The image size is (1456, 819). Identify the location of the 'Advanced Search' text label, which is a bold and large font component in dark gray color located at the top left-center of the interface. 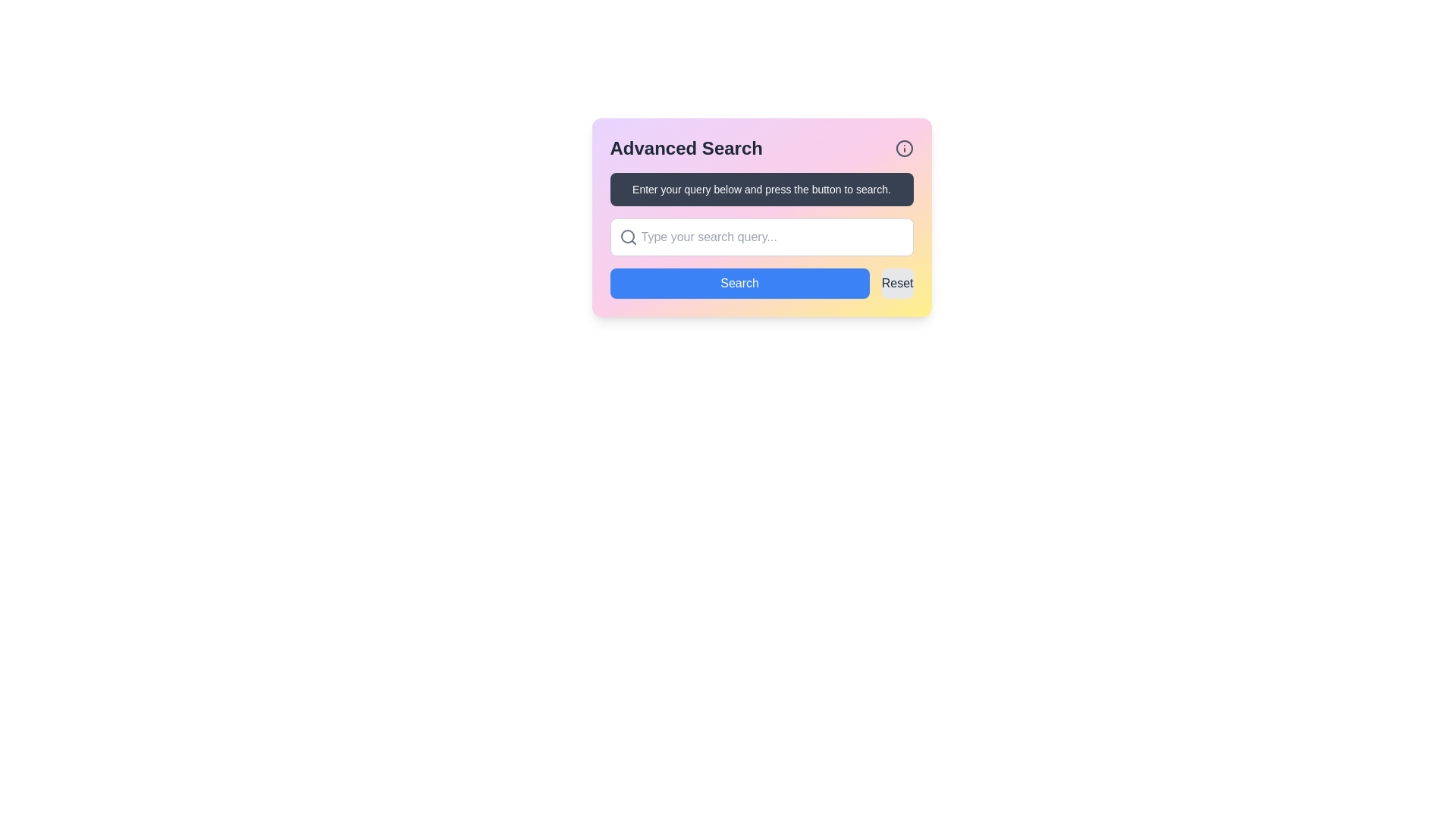
(686, 149).